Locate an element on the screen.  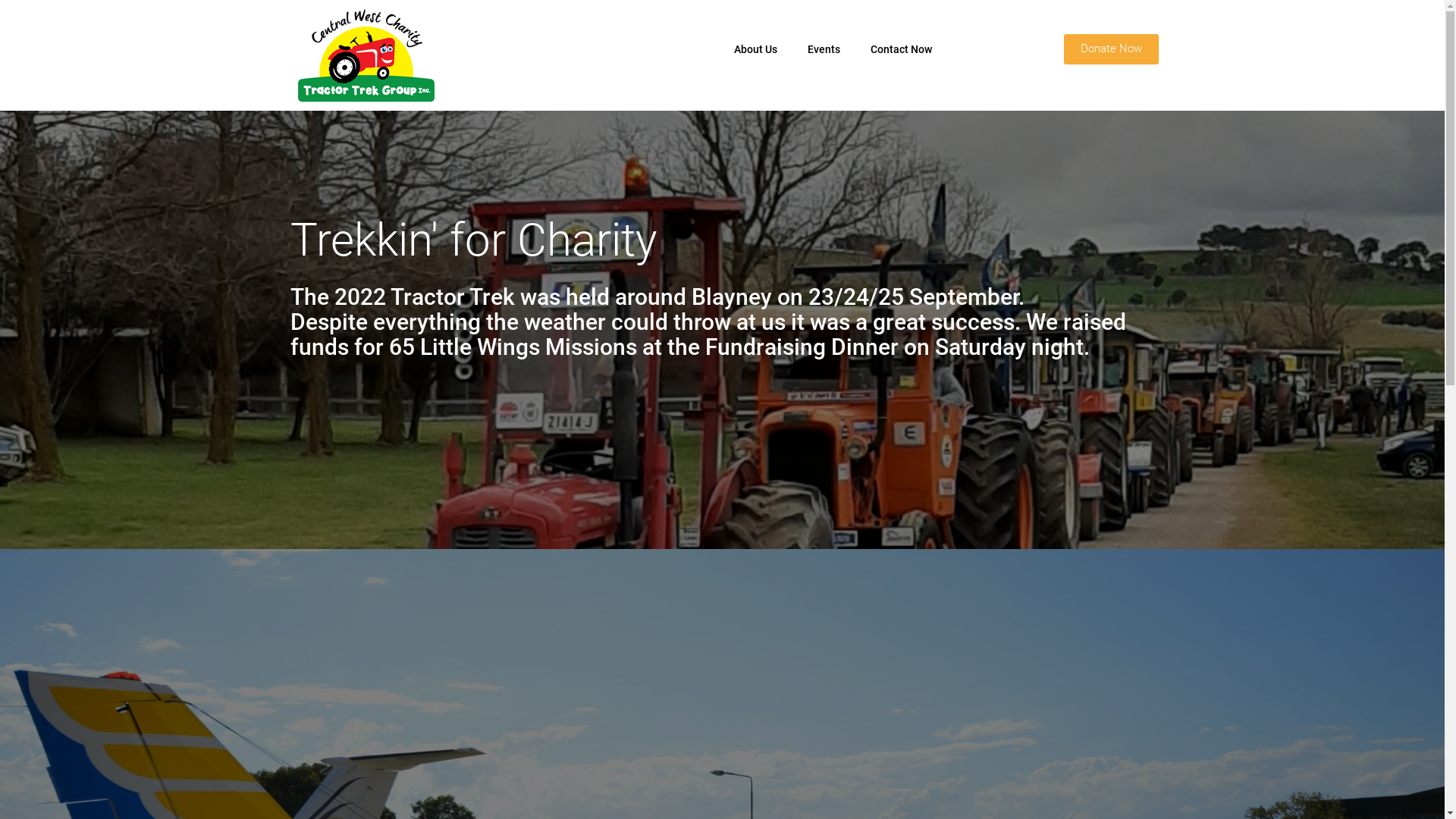
'Events' is located at coordinates (823, 49).